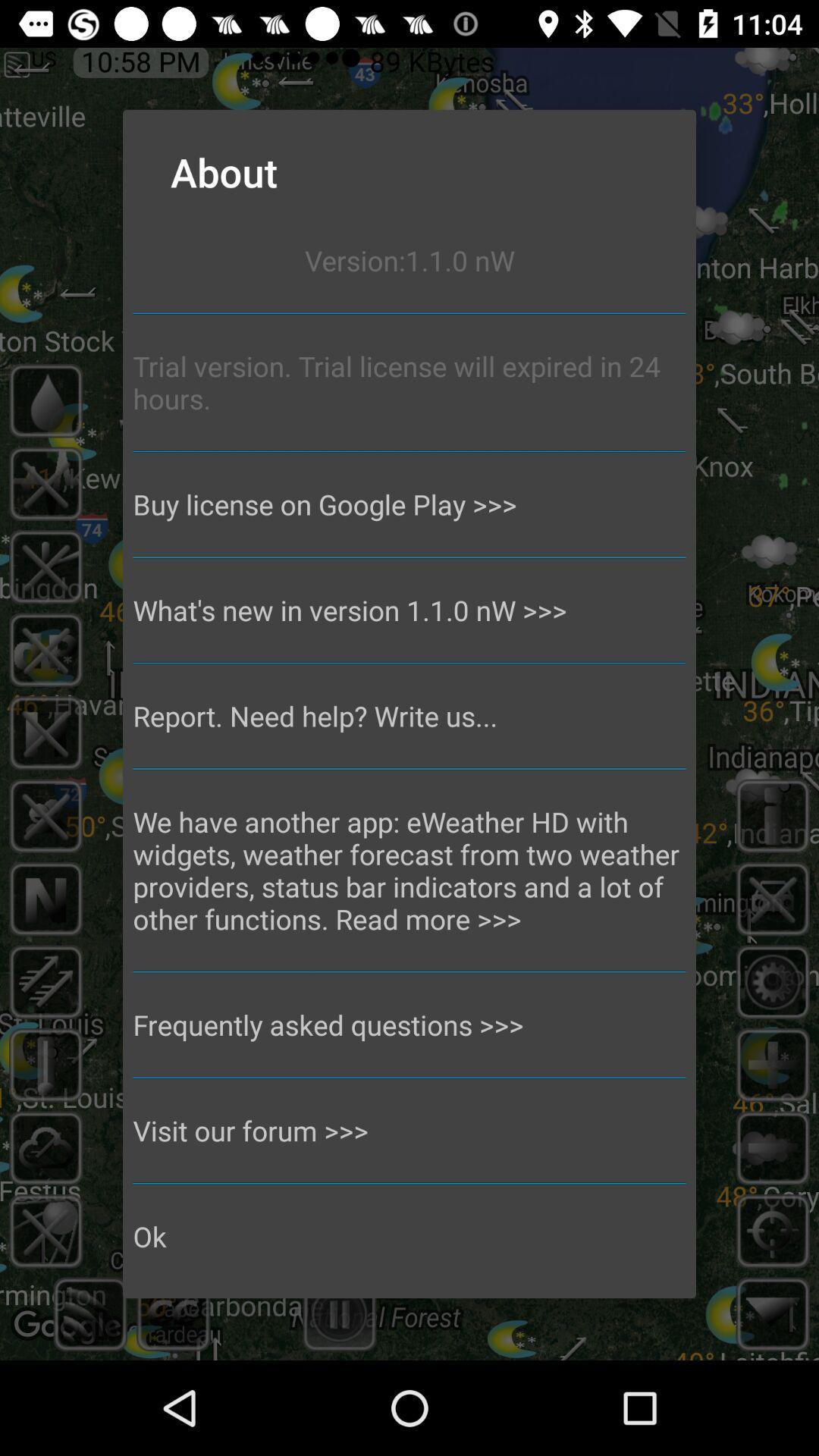 This screenshot has width=819, height=1456. I want to click on the we have another icon, so click(409, 870).